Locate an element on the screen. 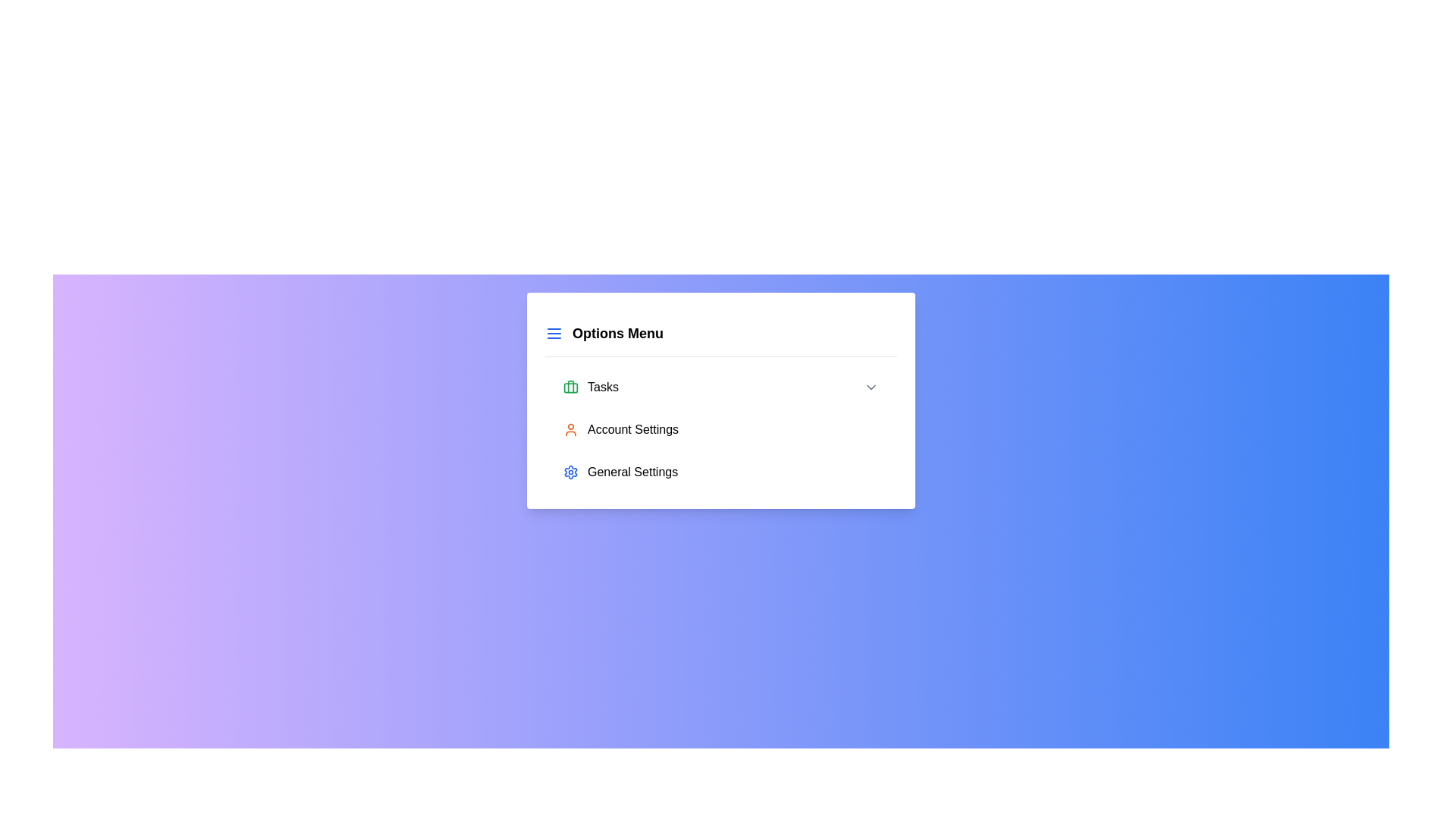 Image resolution: width=1456 pixels, height=819 pixels. the settings icon, which is a small blue gear-shaped icon located in the upper-right corner of the settings options menu is located at coordinates (570, 472).